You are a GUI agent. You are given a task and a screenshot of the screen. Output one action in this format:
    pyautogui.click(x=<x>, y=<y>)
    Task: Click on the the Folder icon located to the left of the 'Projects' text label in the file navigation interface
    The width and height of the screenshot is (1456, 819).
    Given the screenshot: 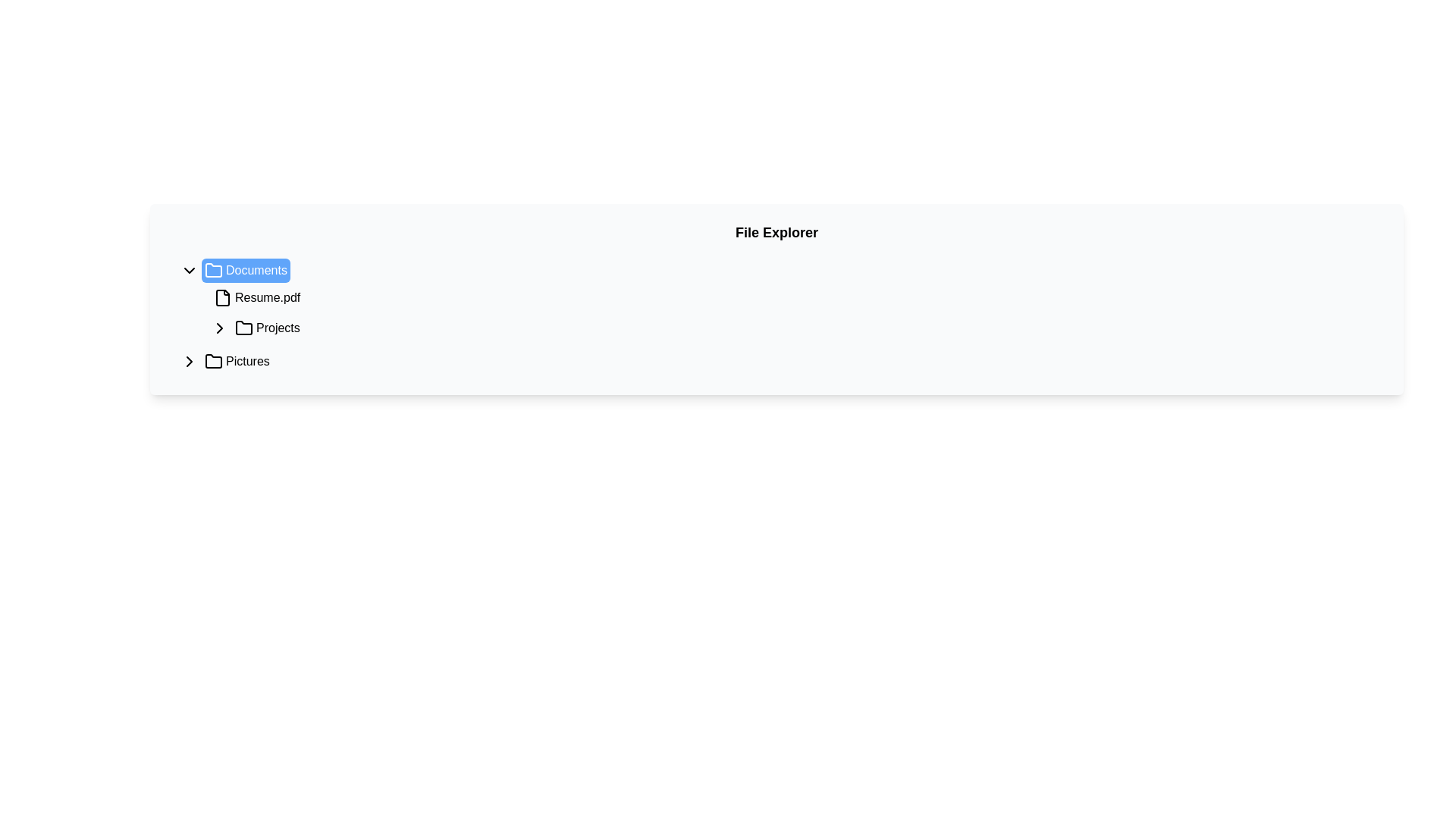 What is the action you would take?
    pyautogui.click(x=243, y=327)
    